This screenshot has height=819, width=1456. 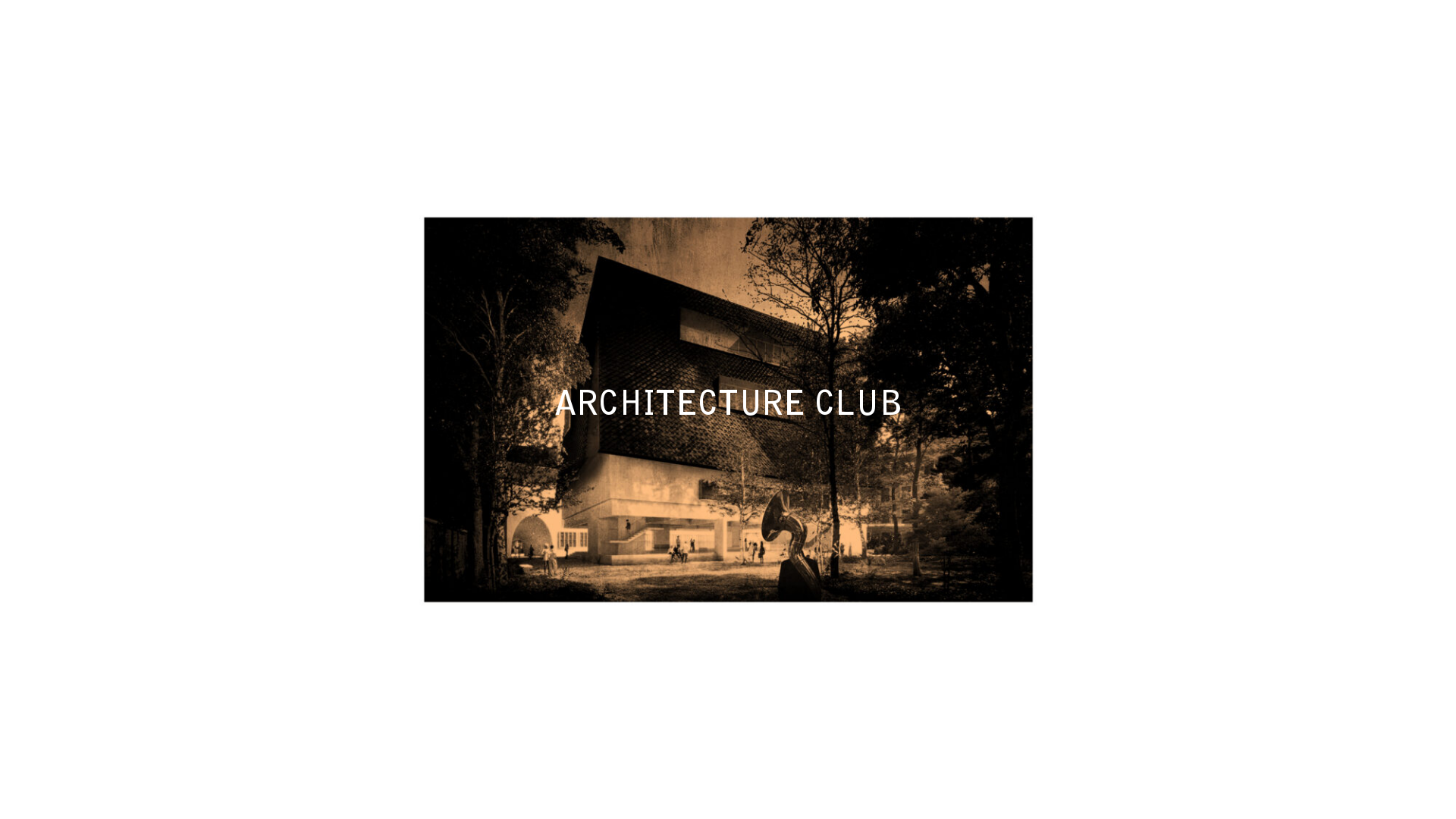 I want to click on 'ARCHITECTURE CLUB', so click(x=726, y=406).